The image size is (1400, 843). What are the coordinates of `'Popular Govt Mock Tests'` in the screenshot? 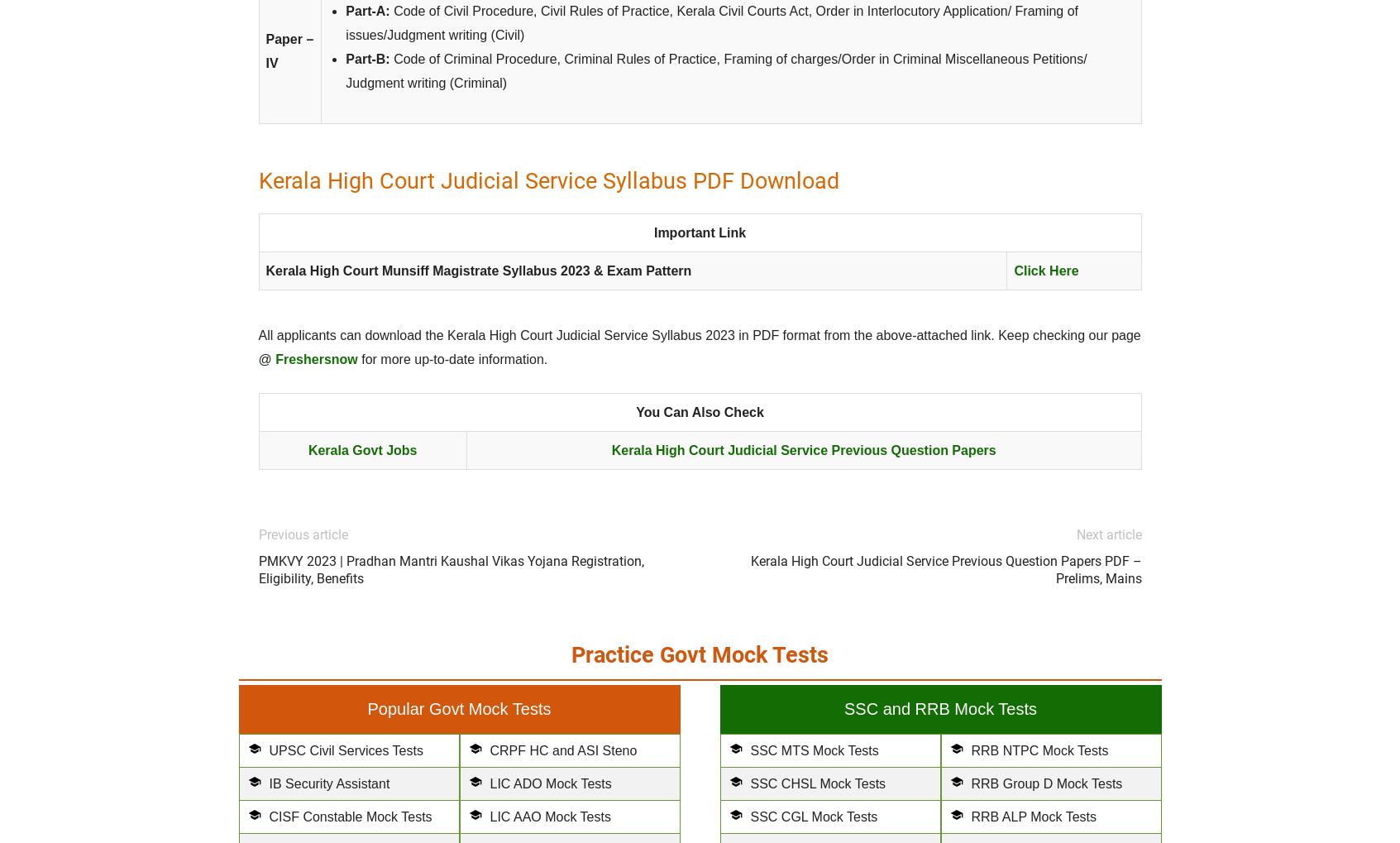 It's located at (457, 707).